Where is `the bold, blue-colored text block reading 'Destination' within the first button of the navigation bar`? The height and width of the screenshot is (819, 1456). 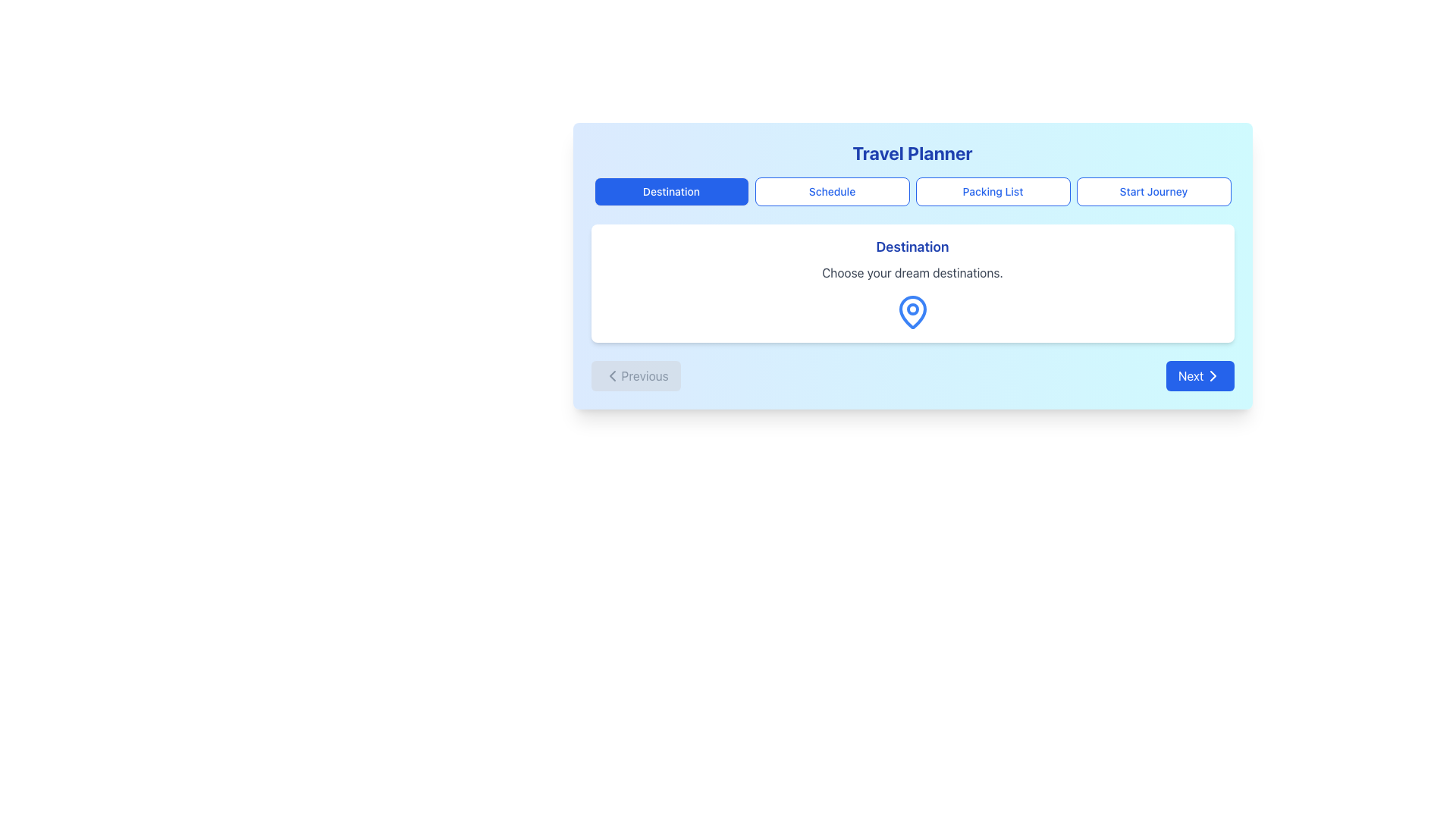 the bold, blue-colored text block reading 'Destination' within the first button of the navigation bar is located at coordinates (670, 191).